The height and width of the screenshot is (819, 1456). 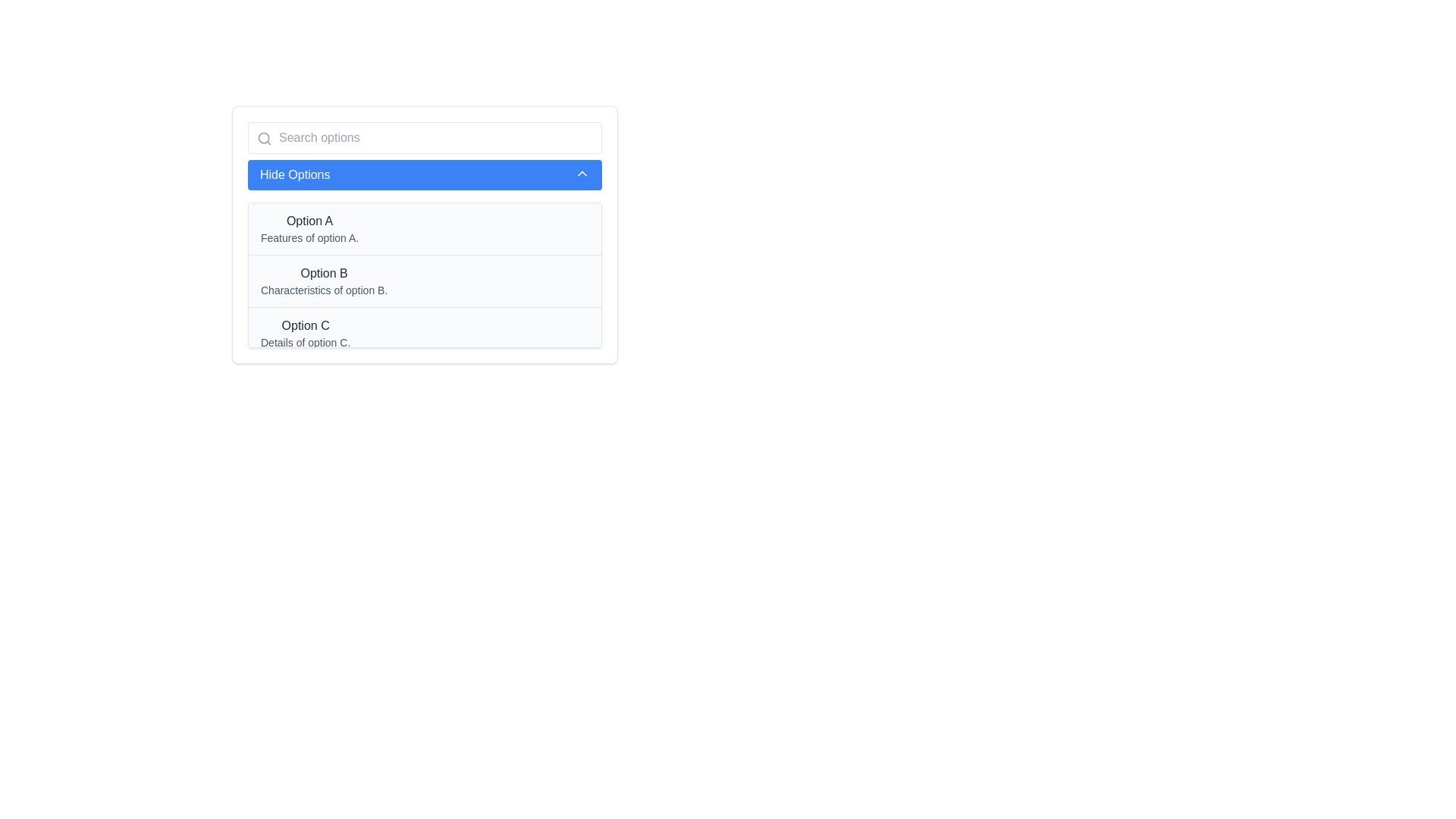 I want to click on the descriptive Text Label for 'Option A' located directly below the heading in the dropdown interface, so click(x=309, y=237).